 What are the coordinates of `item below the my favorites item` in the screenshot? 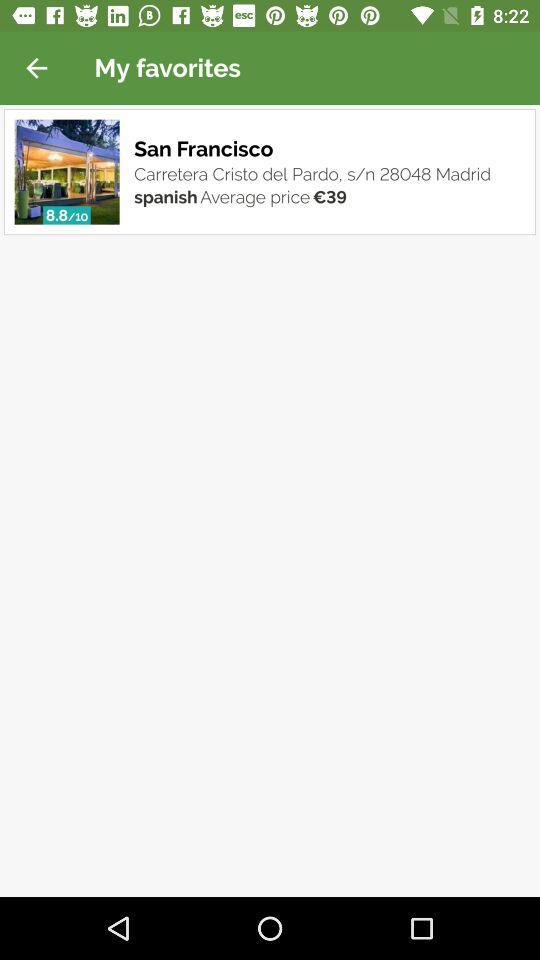 It's located at (205, 148).